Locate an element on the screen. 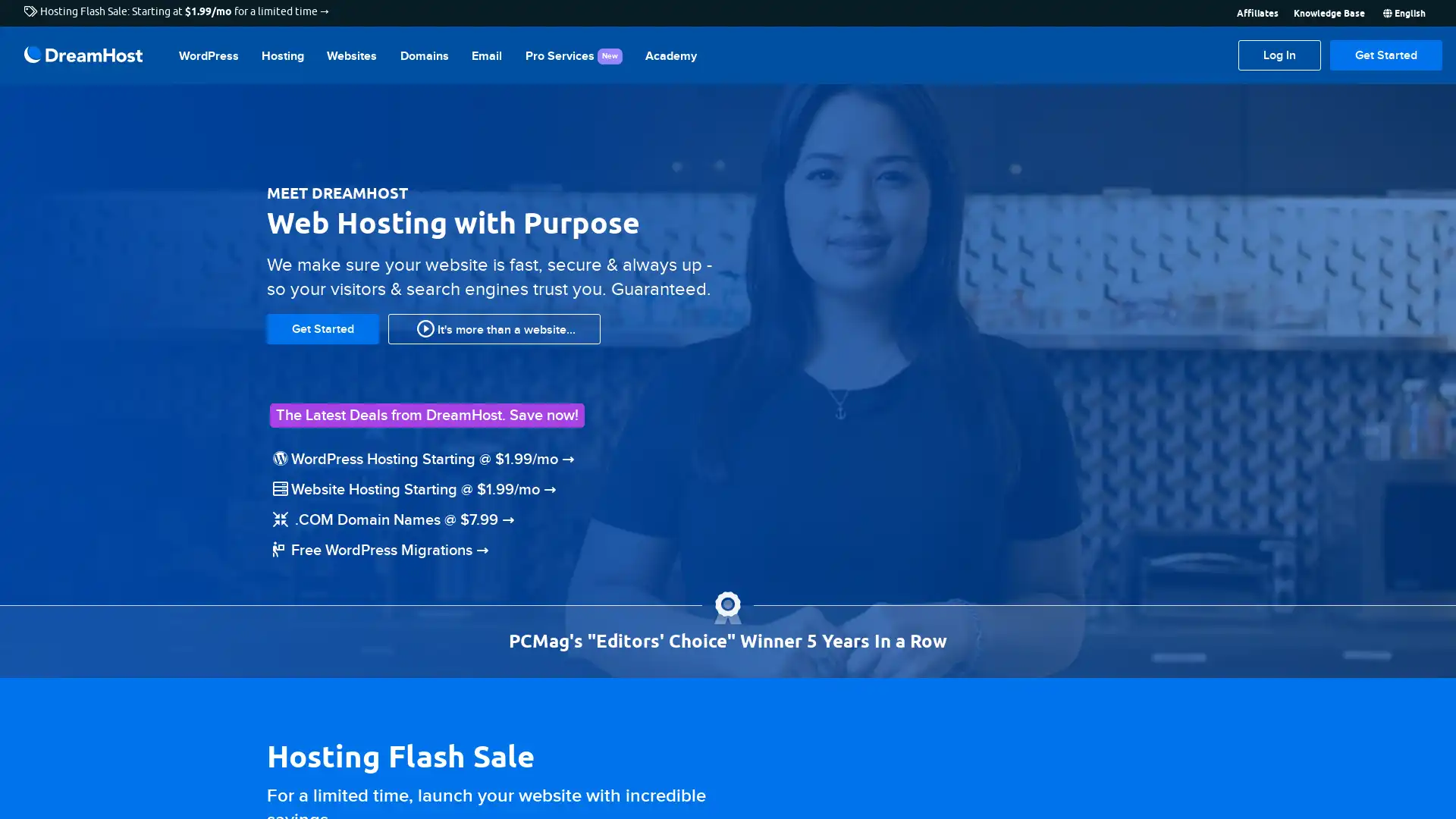 This screenshot has width=1456, height=819. Get Started is located at coordinates (1386, 55).